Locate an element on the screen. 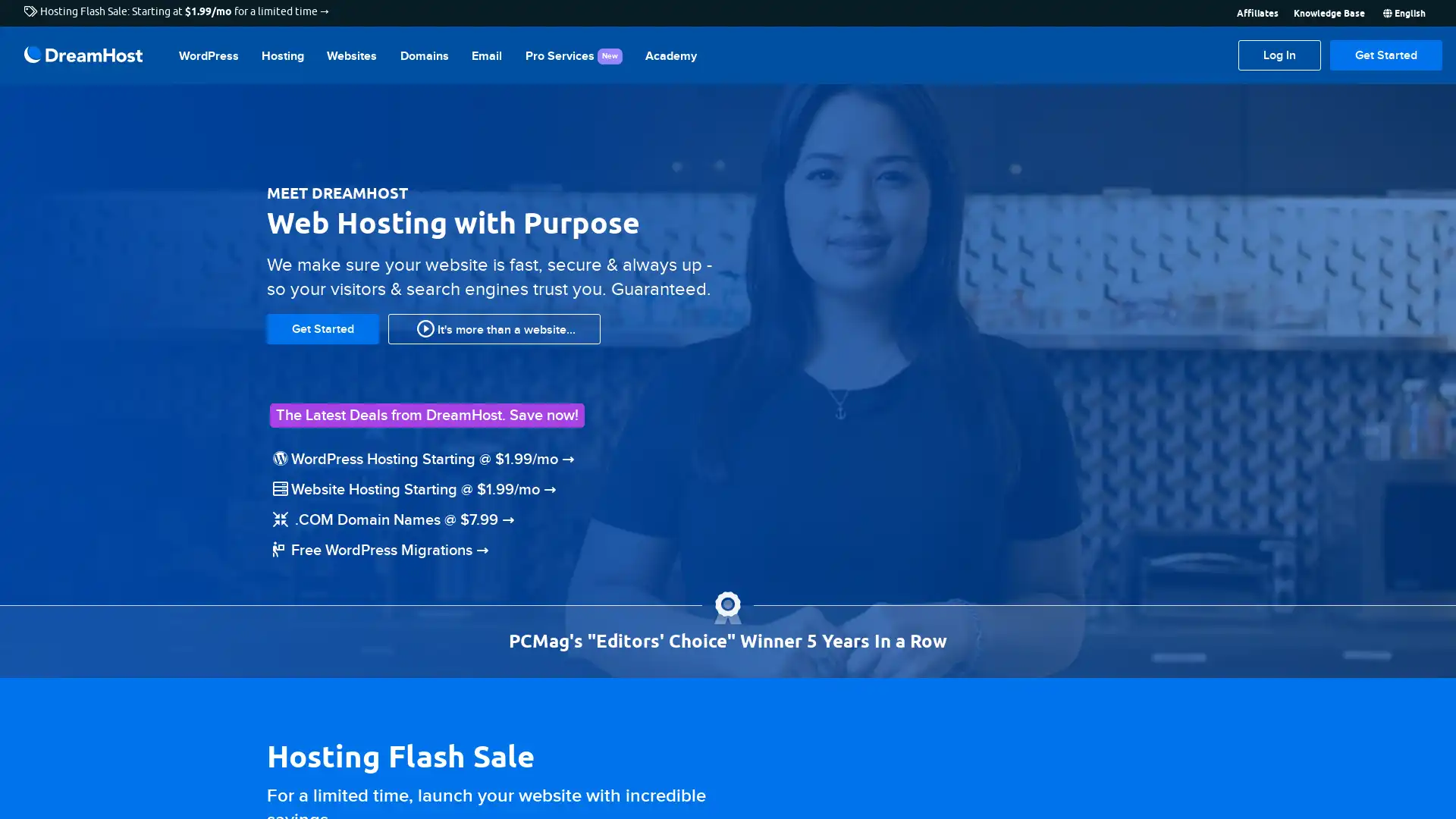 This screenshot has width=1456, height=819. Get Started is located at coordinates (1386, 55).